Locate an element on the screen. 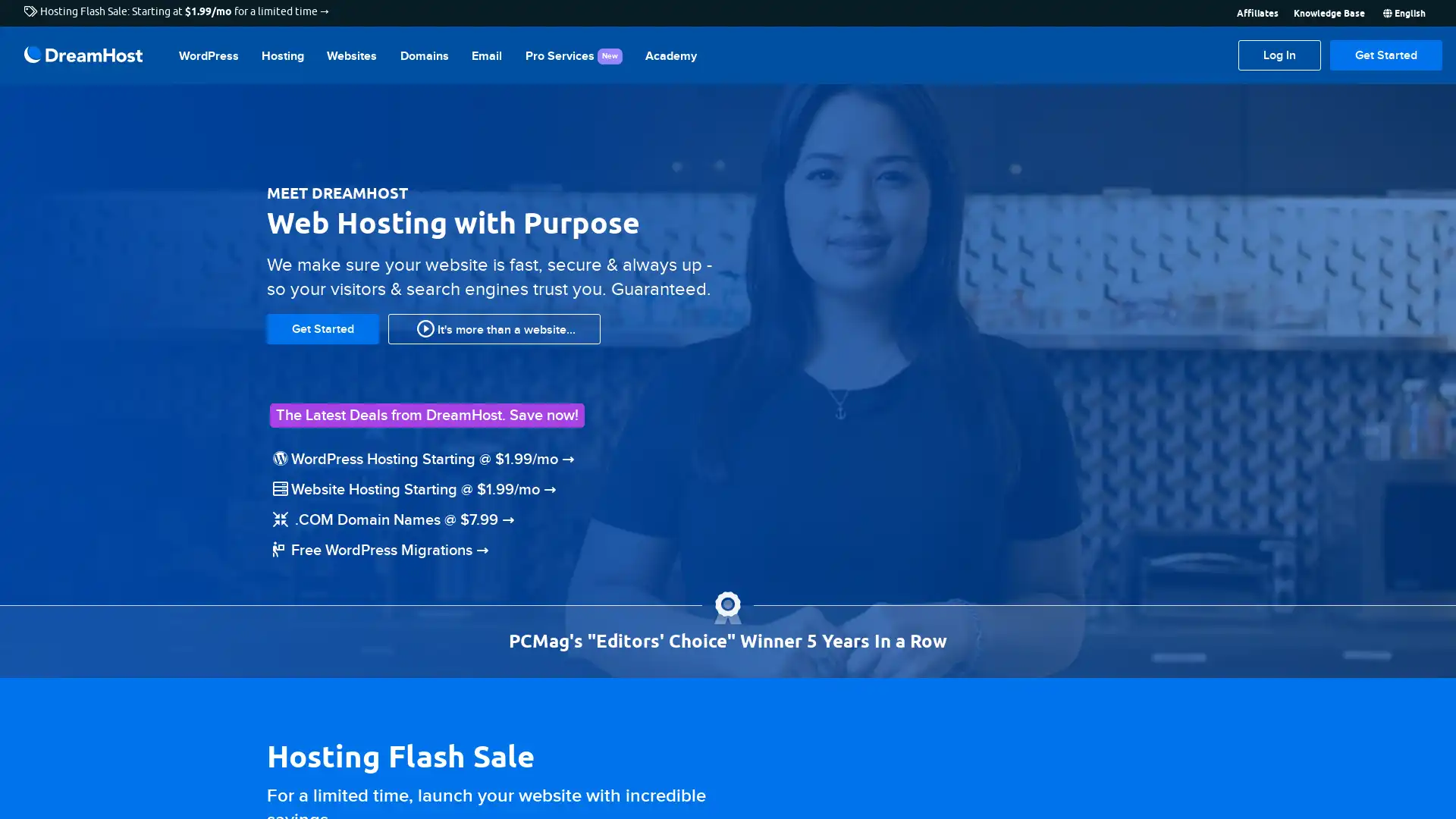 This screenshot has width=1456, height=819. Get Started is located at coordinates (1386, 55).